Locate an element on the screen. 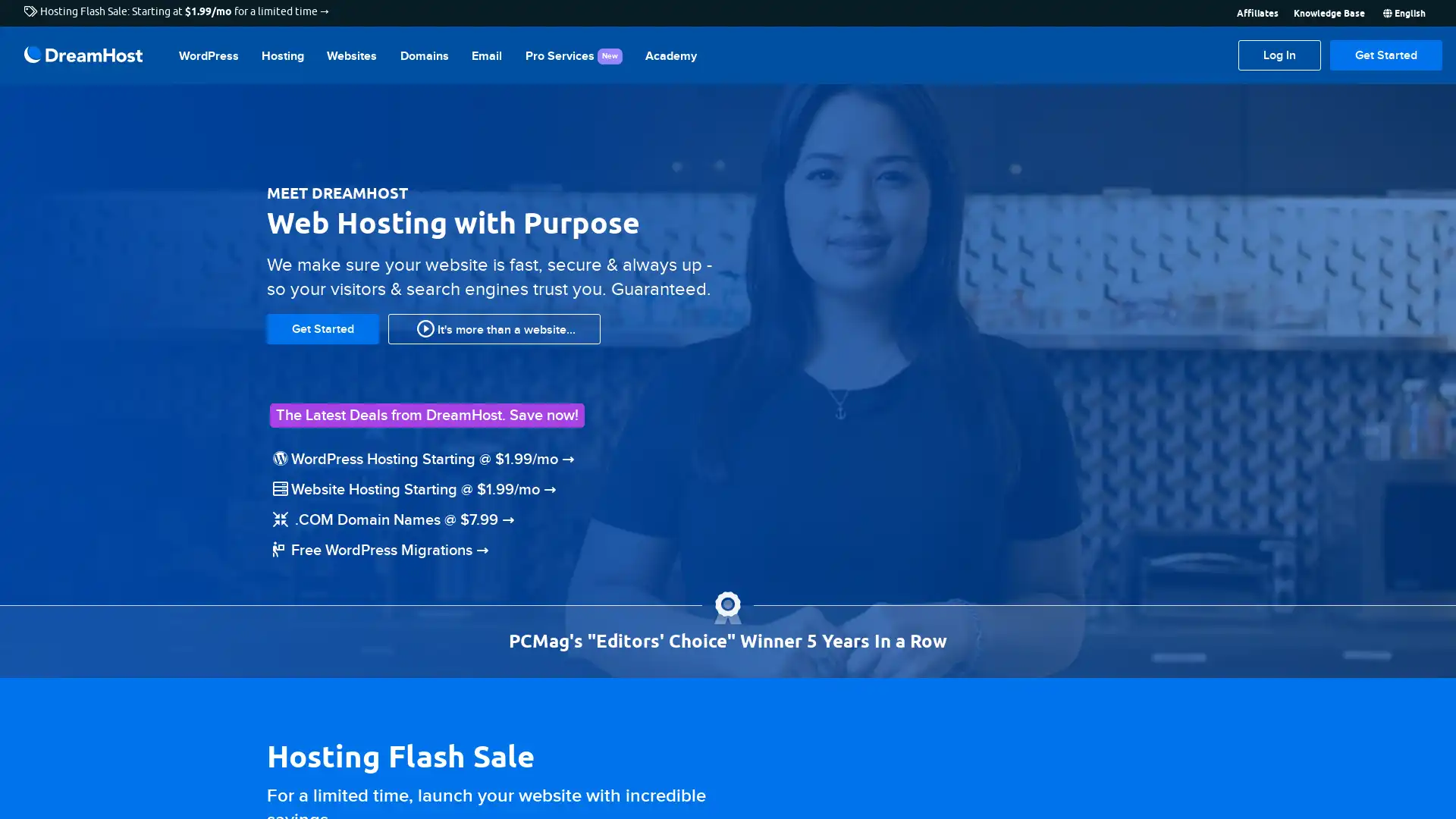 This screenshot has width=1456, height=819. Get Started is located at coordinates (1386, 55).